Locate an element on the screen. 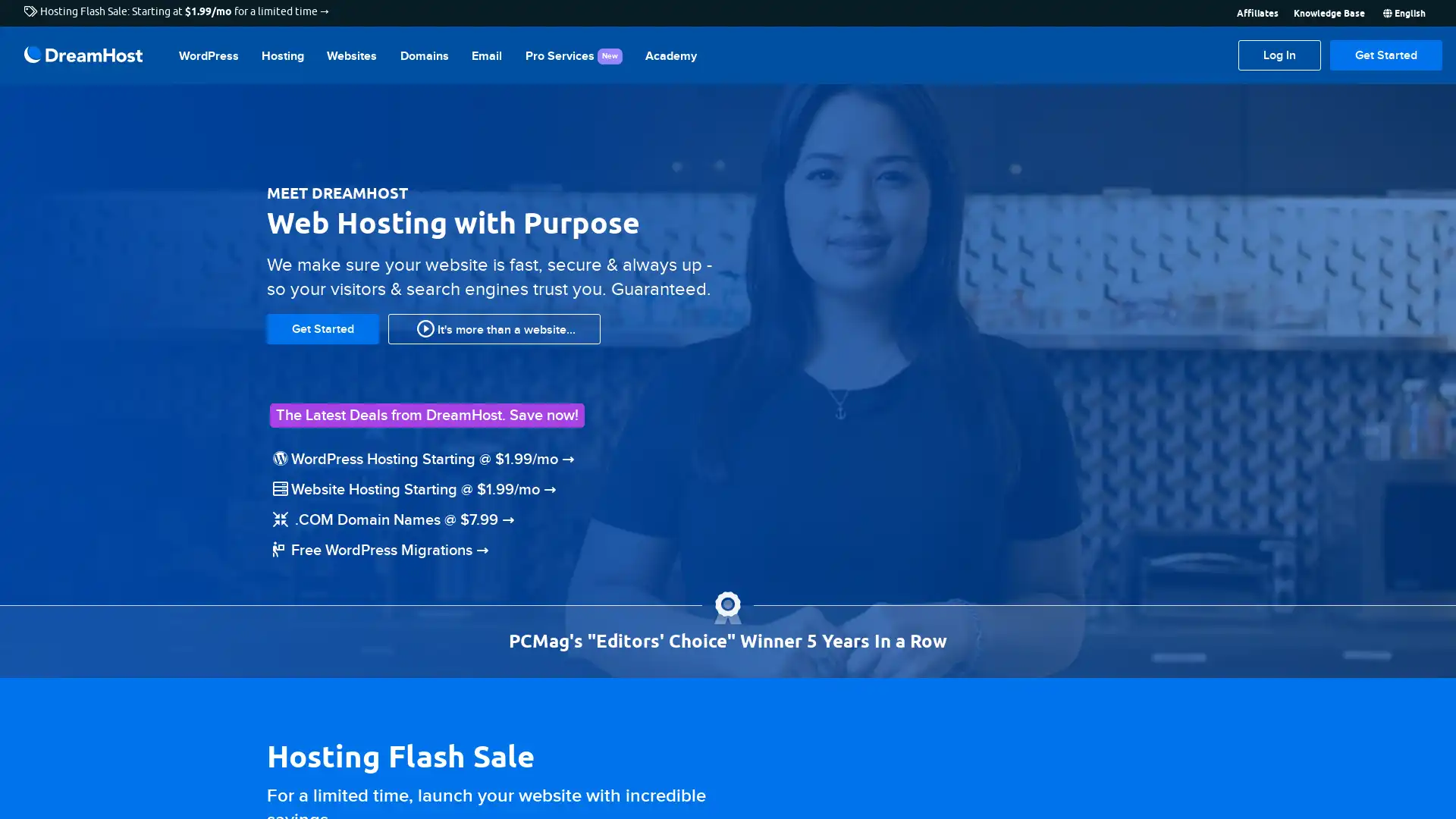 This screenshot has width=1456, height=819. Get Started is located at coordinates (1386, 55).